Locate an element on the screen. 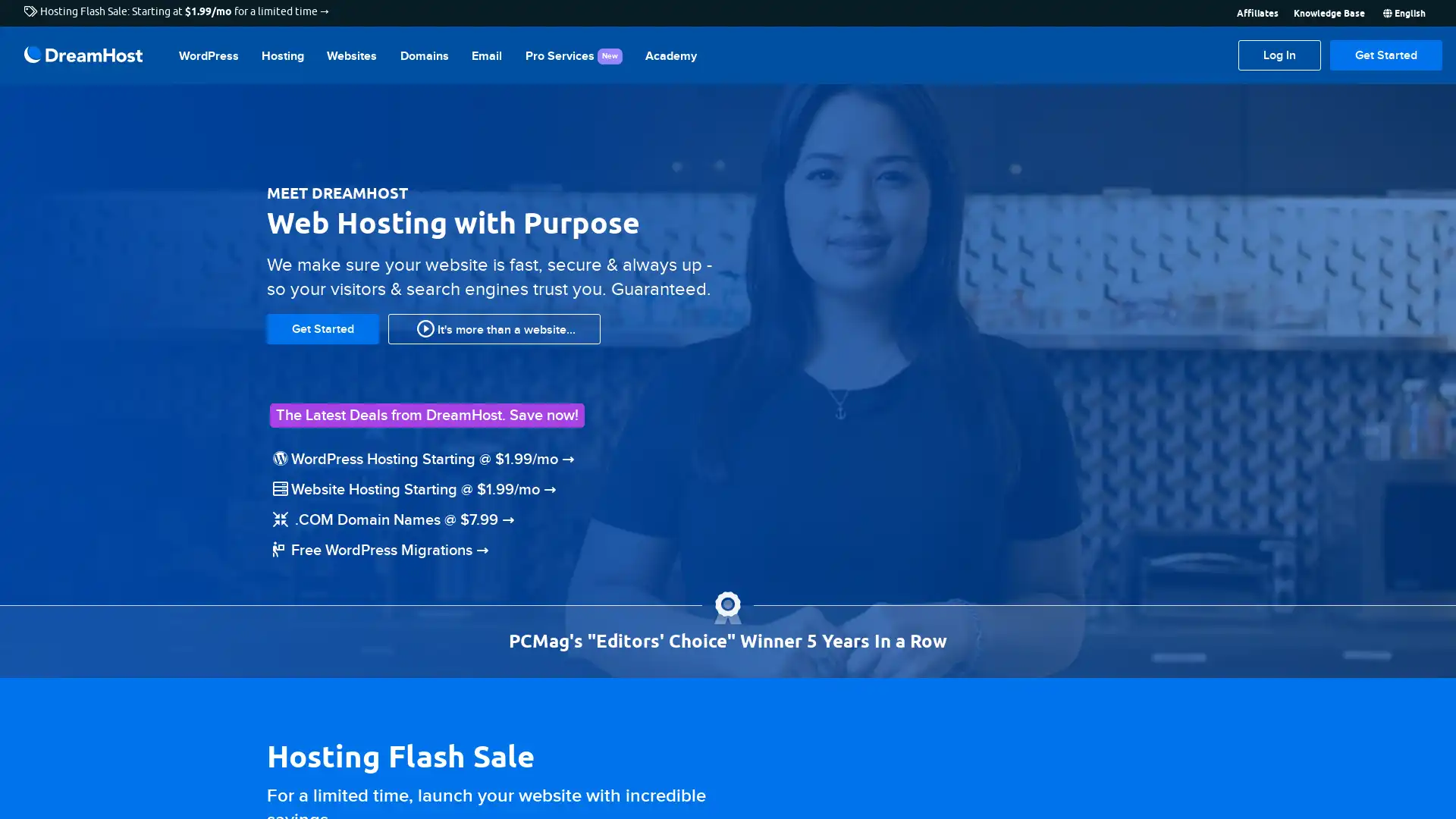 This screenshot has width=1456, height=819. Get Started is located at coordinates (1386, 55).